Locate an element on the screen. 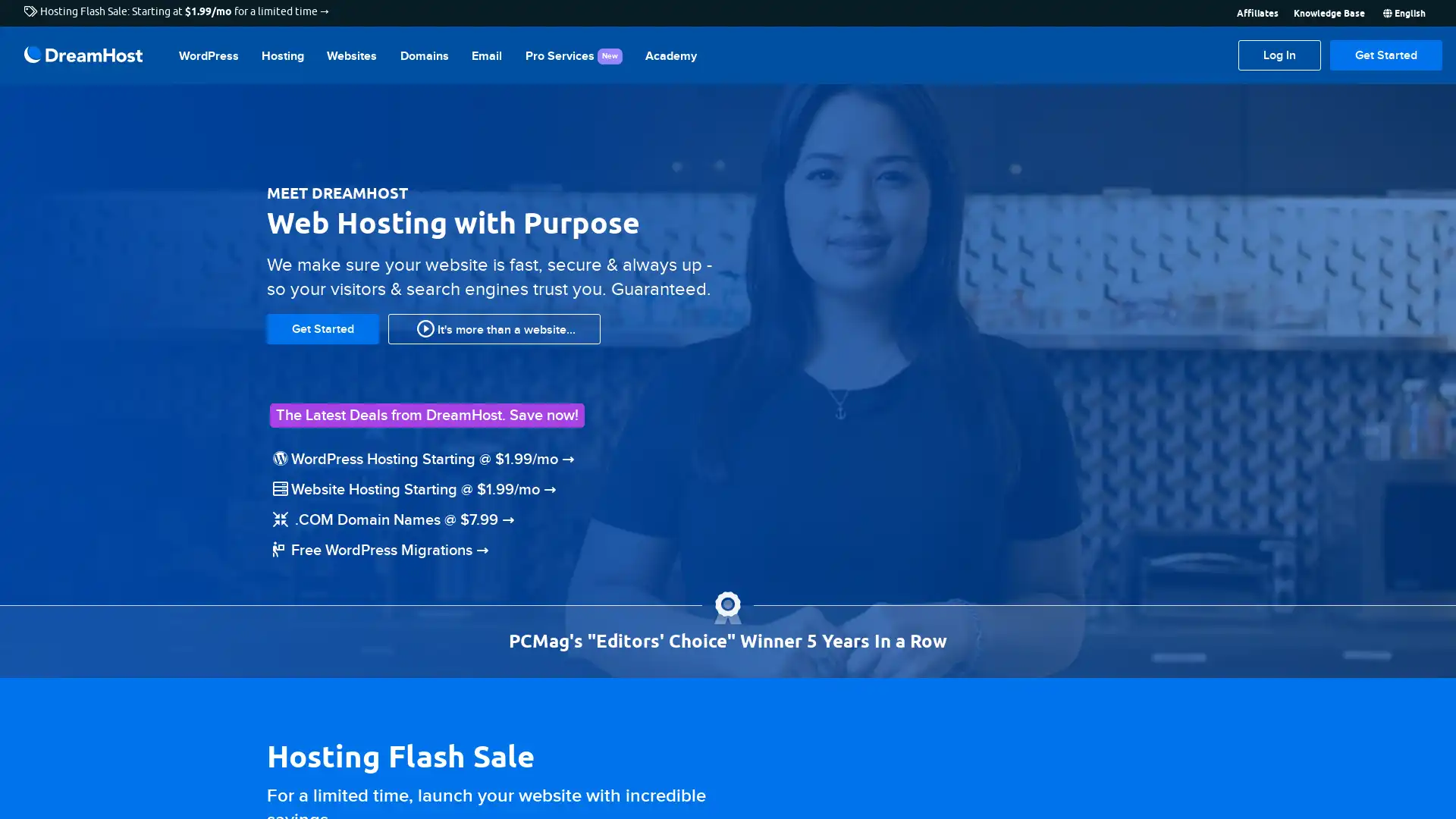 This screenshot has width=1456, height=819. Get Started is located at coordinates (1386, 55).